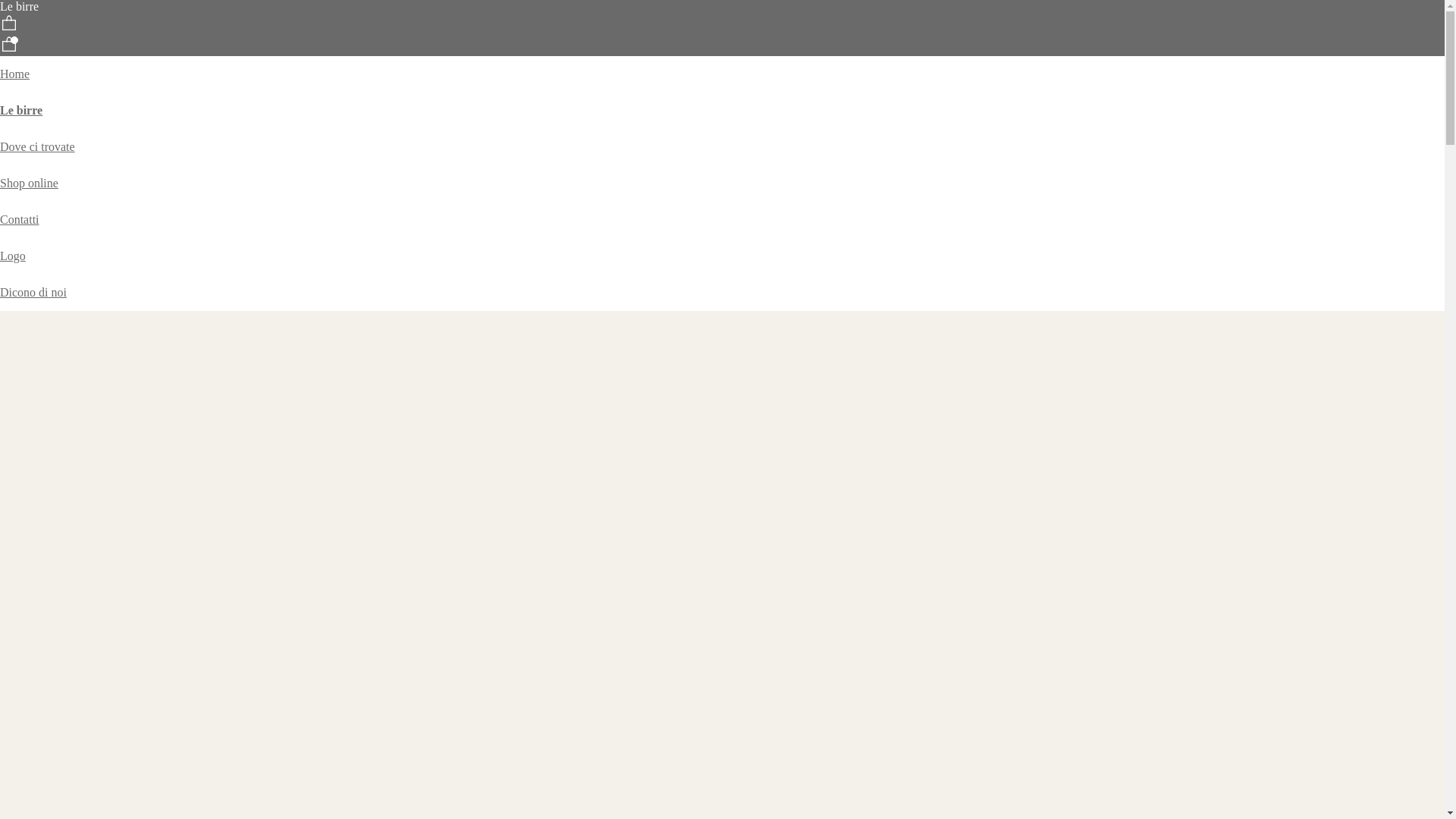 This screenshot has height=819, width=1456. I want to click on 'Contatti', so click(19, 219).